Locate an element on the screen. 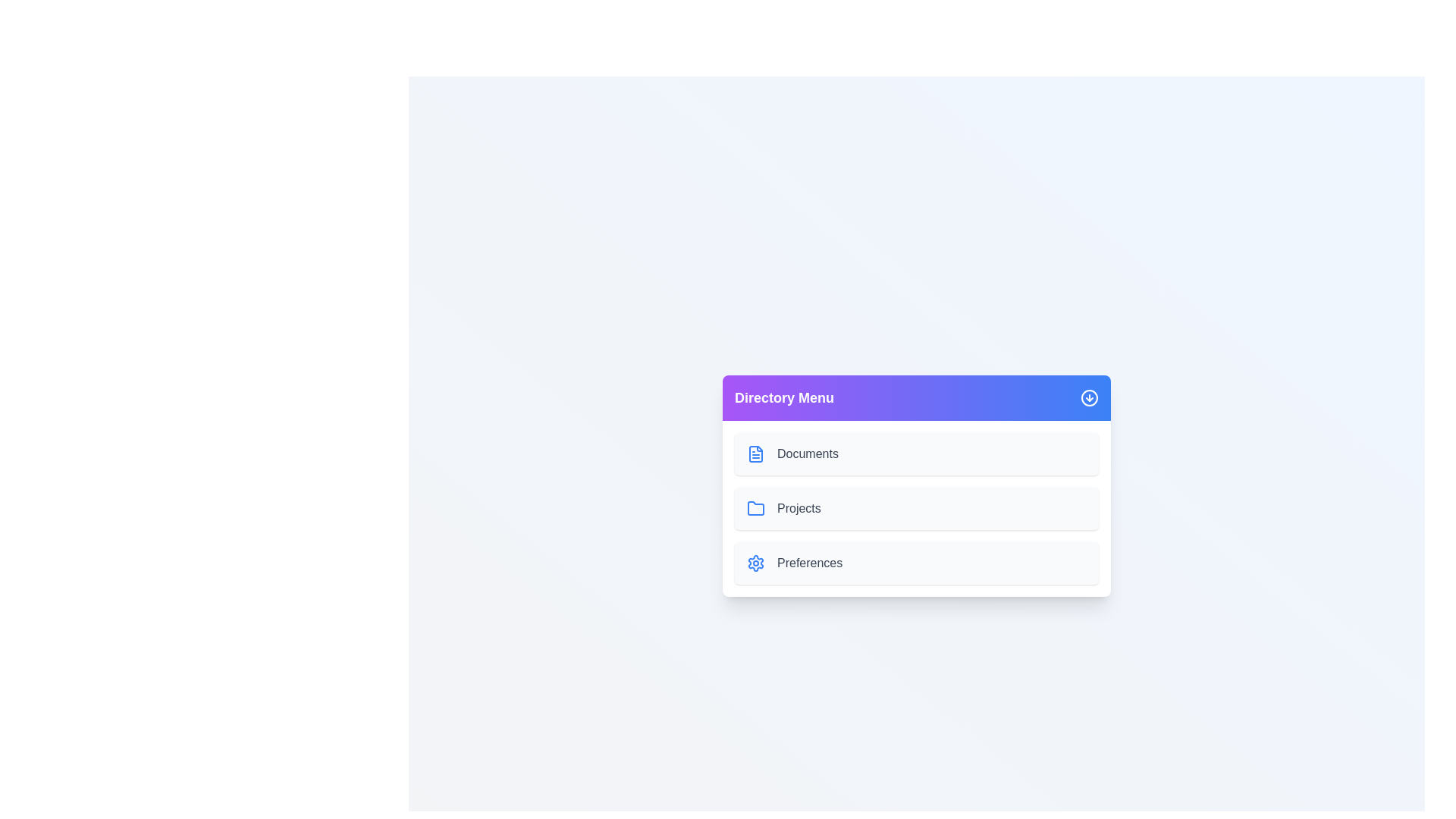  the item Documents to observe its hover effect is located at coordinates (916, 453).